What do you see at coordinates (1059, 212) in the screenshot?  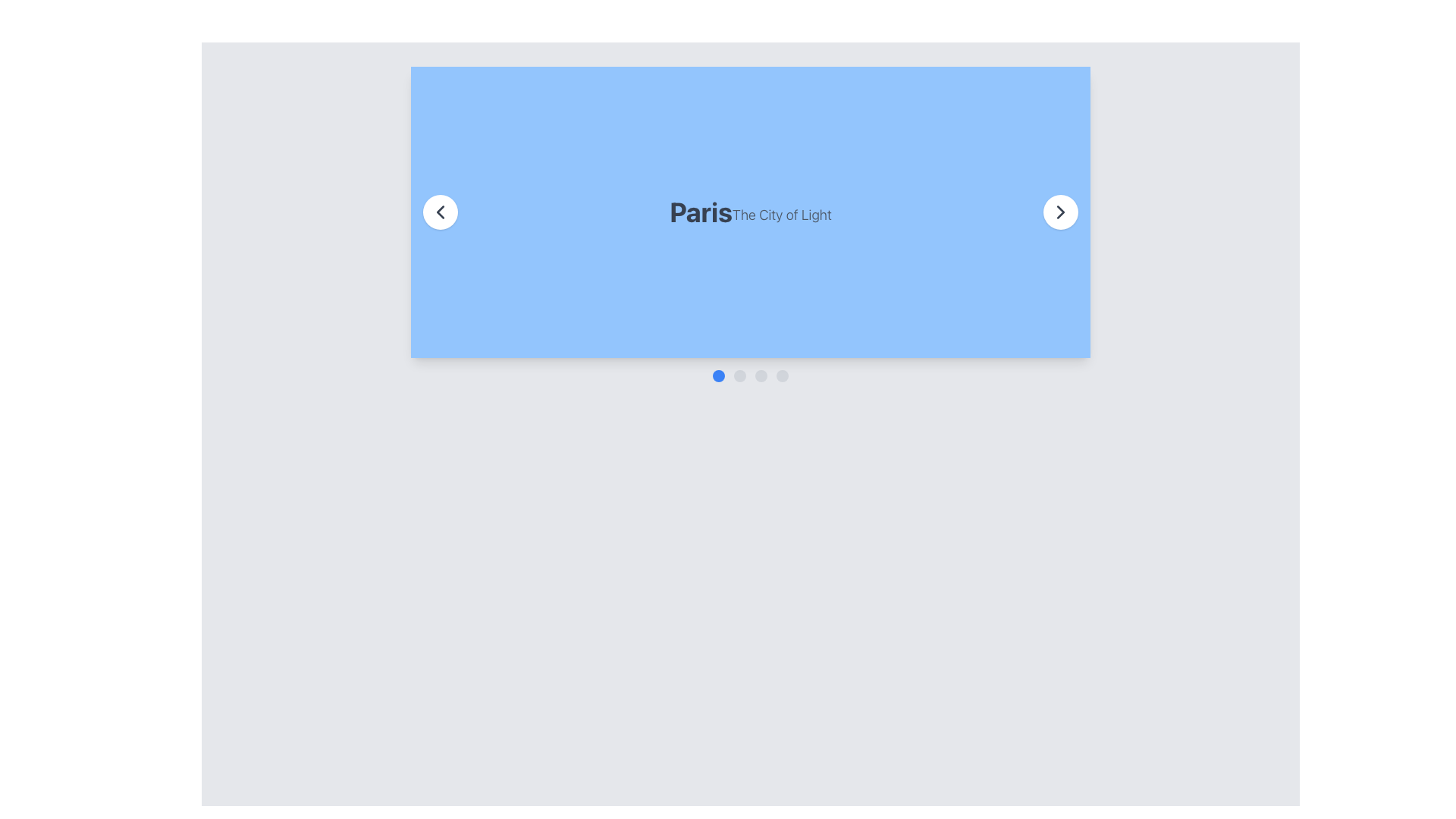 I see `the right navigation button of the carousel` at bounding box center [1059, 212].